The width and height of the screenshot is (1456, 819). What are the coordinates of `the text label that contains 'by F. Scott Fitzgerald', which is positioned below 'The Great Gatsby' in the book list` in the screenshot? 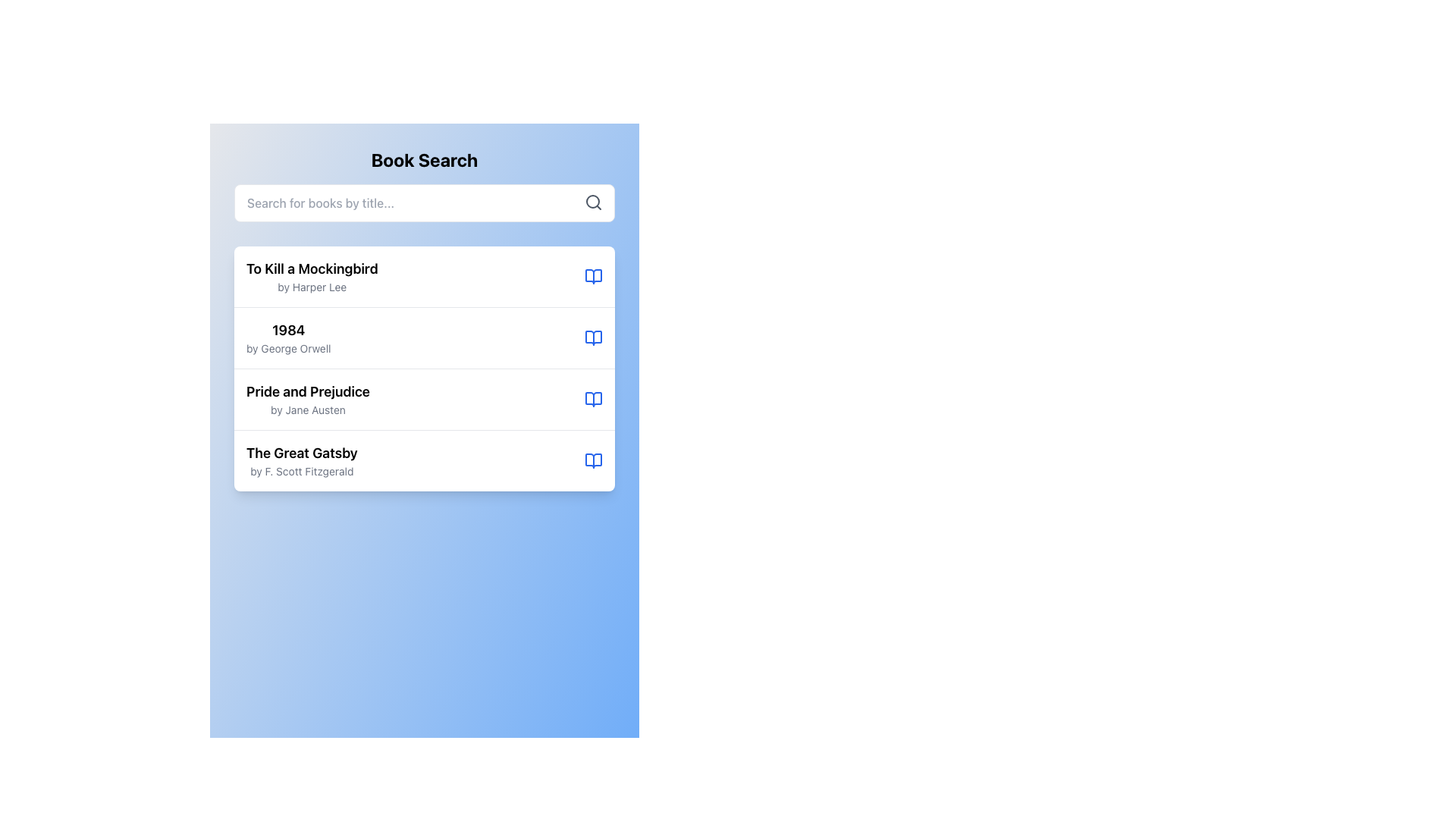 It's located at (302, 470).